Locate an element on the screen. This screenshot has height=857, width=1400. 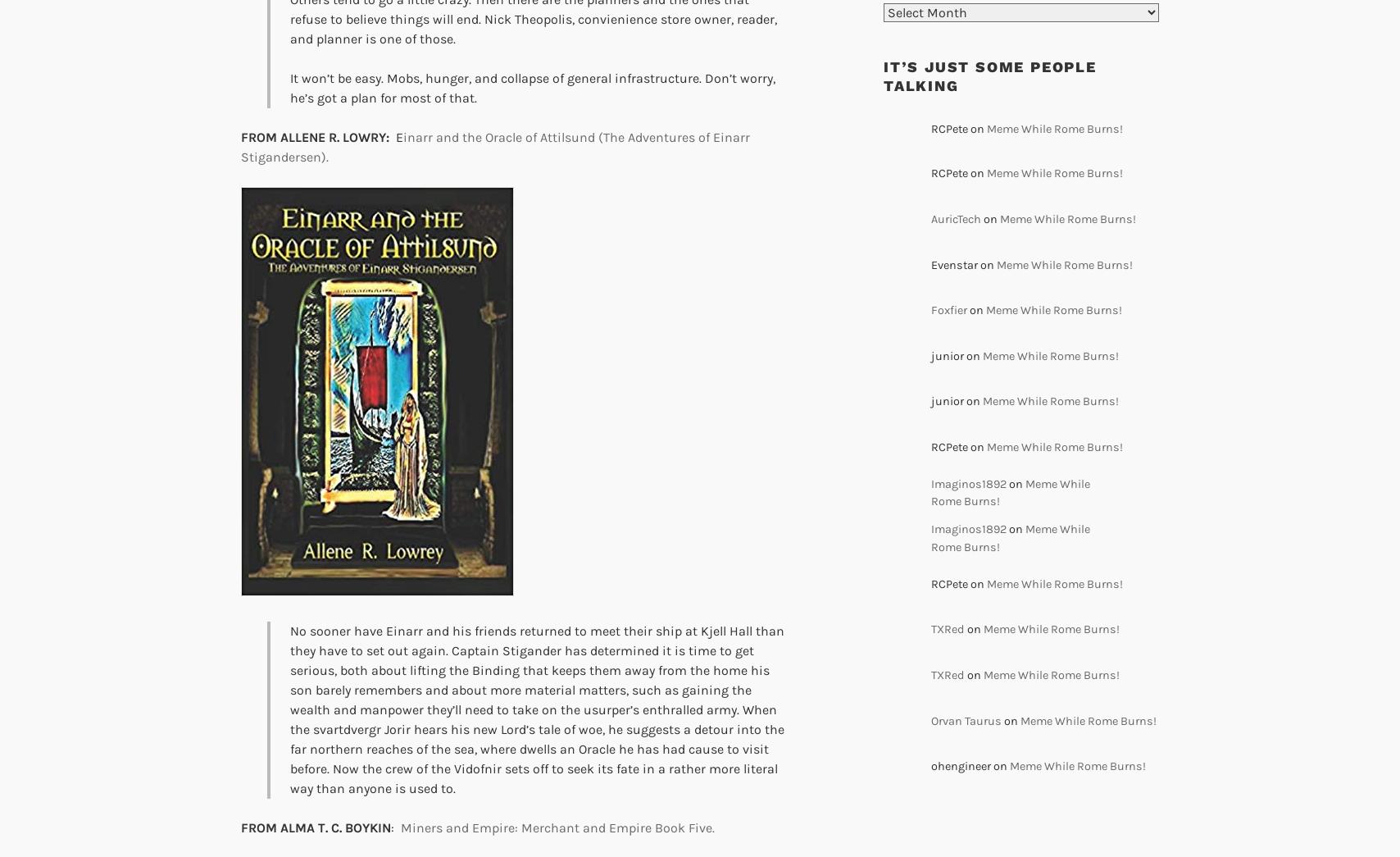
'AuricTech' is located at coordinates (956, 217).